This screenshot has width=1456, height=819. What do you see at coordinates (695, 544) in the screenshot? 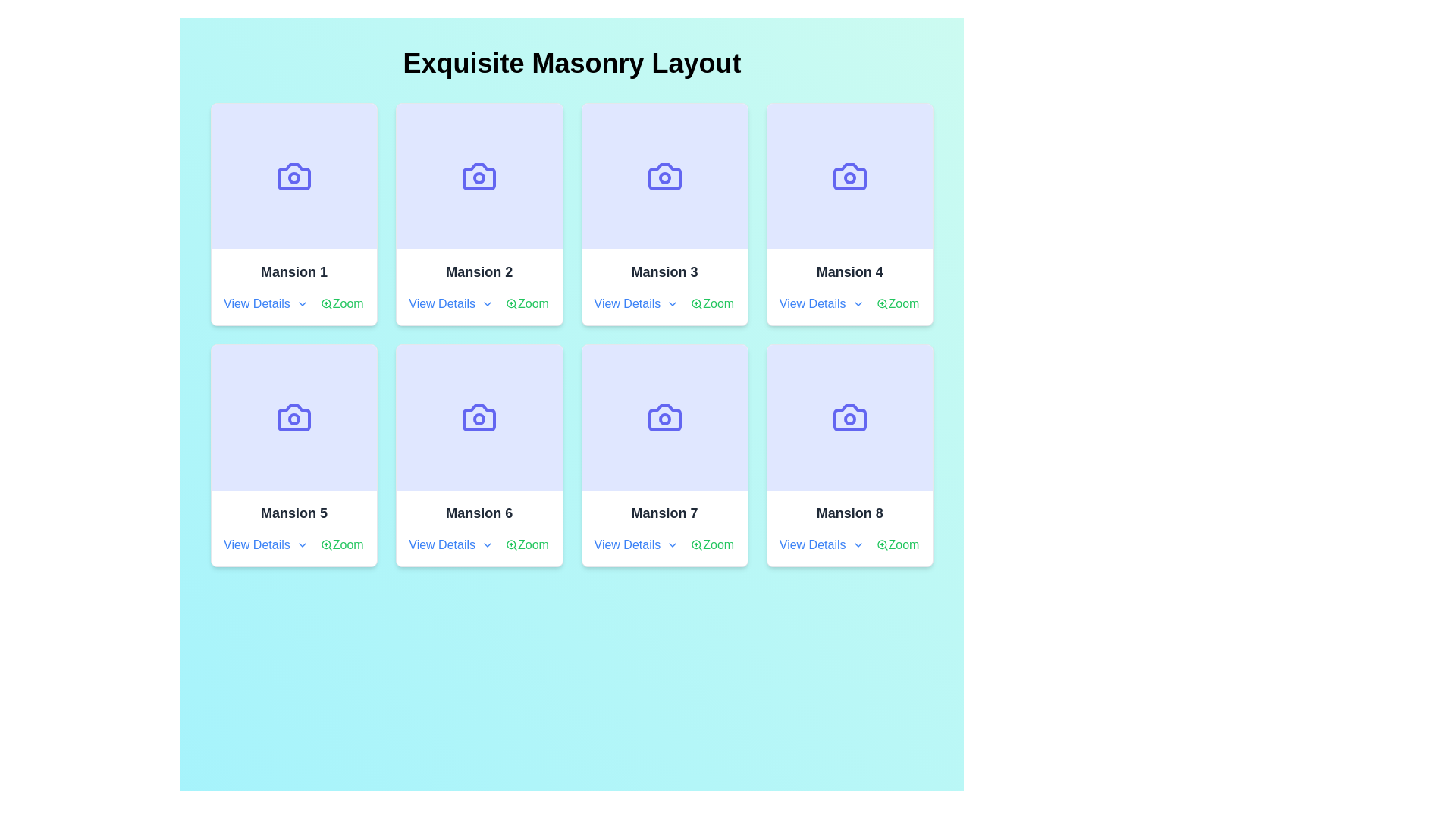
I see `the circular graphic element that represents the zoom-in feature within the icon associated with the 'Mansion 7' card, located at the bottom-right corner of the card` at bounding box center [695, 544].